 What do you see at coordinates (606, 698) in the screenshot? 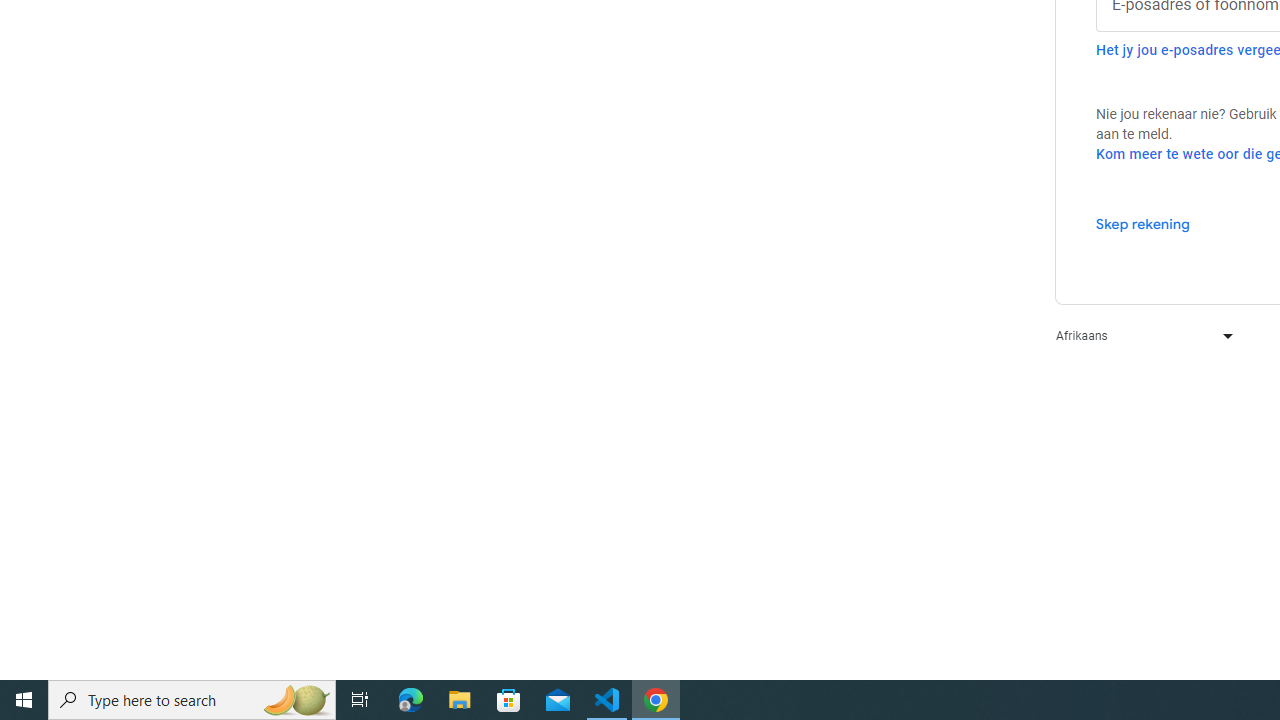
I see `'Visual Studio Code - 1 running window'` at bounding box center [606, 698].